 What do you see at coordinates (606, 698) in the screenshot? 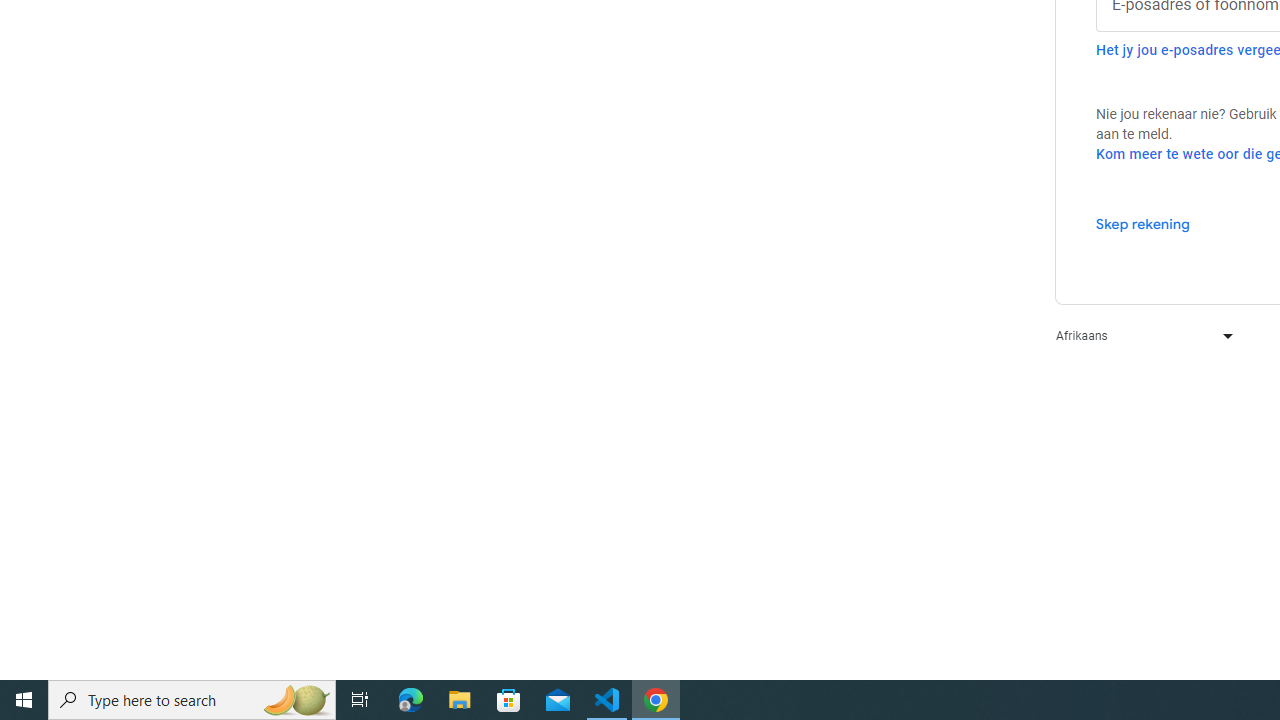
I see `'Visual Studio Code - 1 running window'` at bounding box center [606, 698].